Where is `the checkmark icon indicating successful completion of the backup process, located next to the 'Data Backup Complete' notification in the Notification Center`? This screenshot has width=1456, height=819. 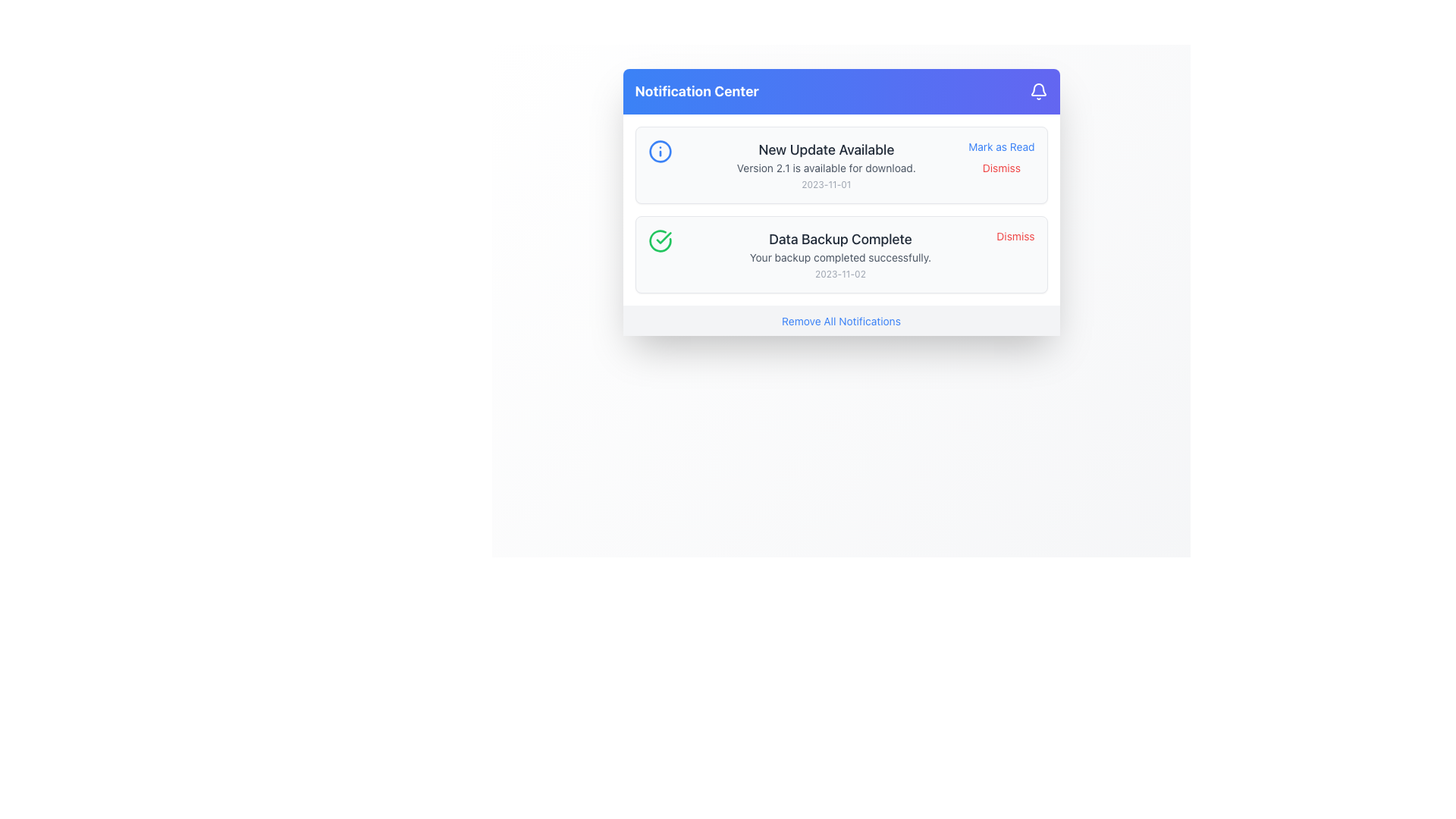
the checkmark icon indicating successful completion of the backup process, located next to the 'Data Backup Complete' notification in the Notification Center is located at coordinates (664, 237).